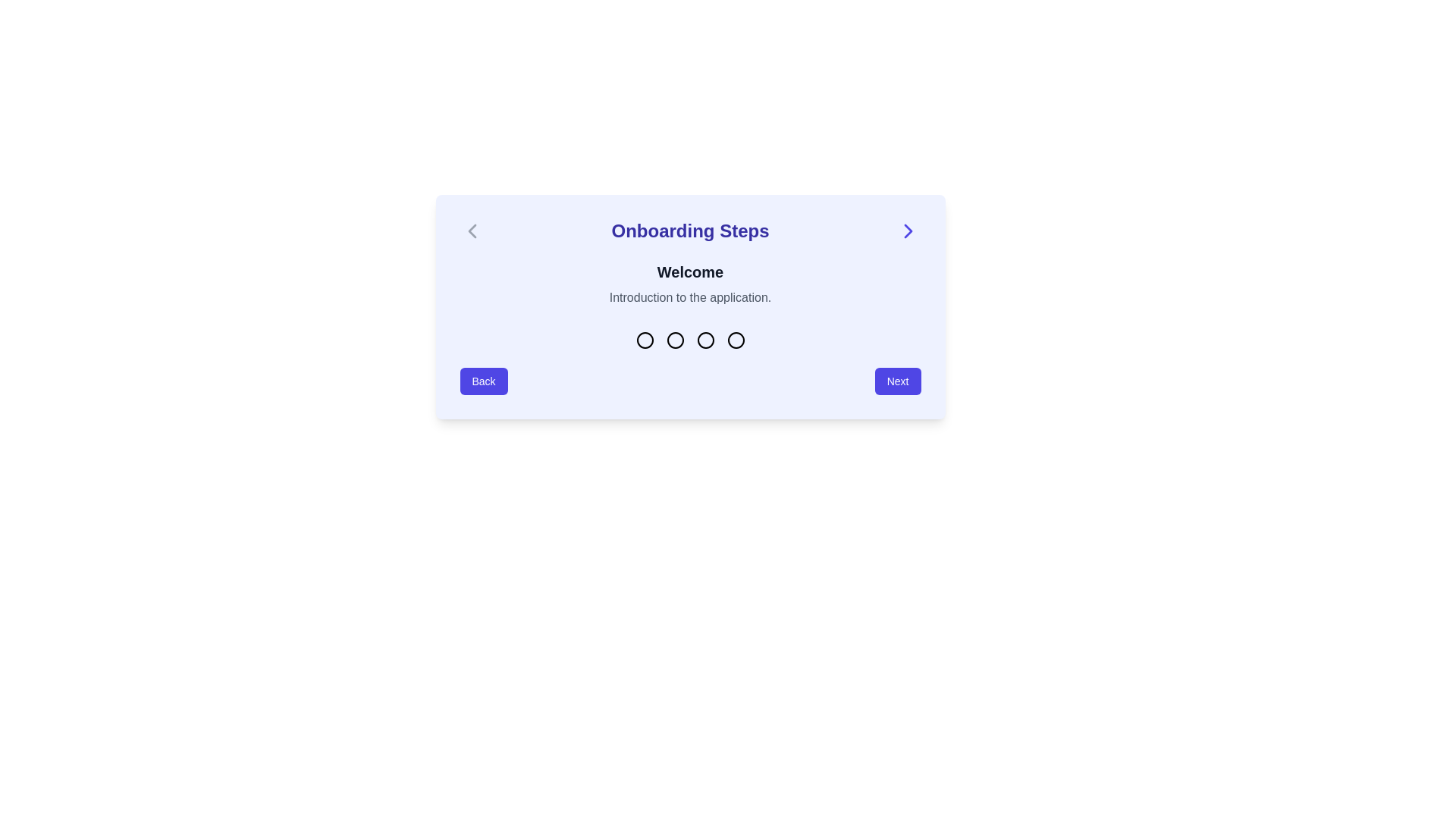  What do you see at coordinates (689, 339) in the screenshot?
I see `the Step progression indicator located at the bottom-center of the 'Onboarding Steps' card` at bounding box center [689, 339].